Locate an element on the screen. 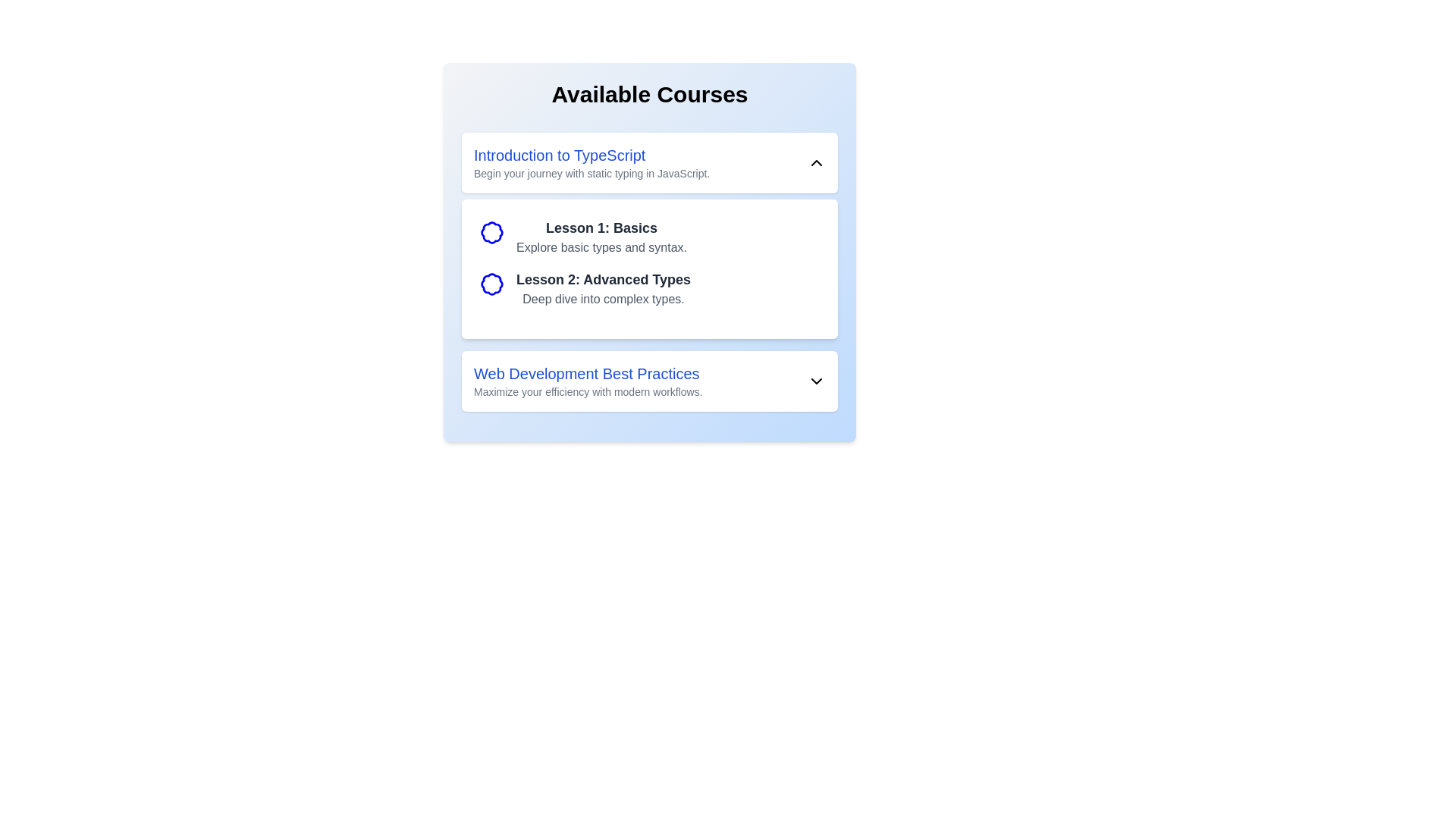 The image size is (1456, 819). the text label that reads 'Deep dive into complex types.' styled with a gray font beneath the main title 'Lesson 2: Advanced Types' in the second card of 'Available Courses' is located at coordinates (603, 299).